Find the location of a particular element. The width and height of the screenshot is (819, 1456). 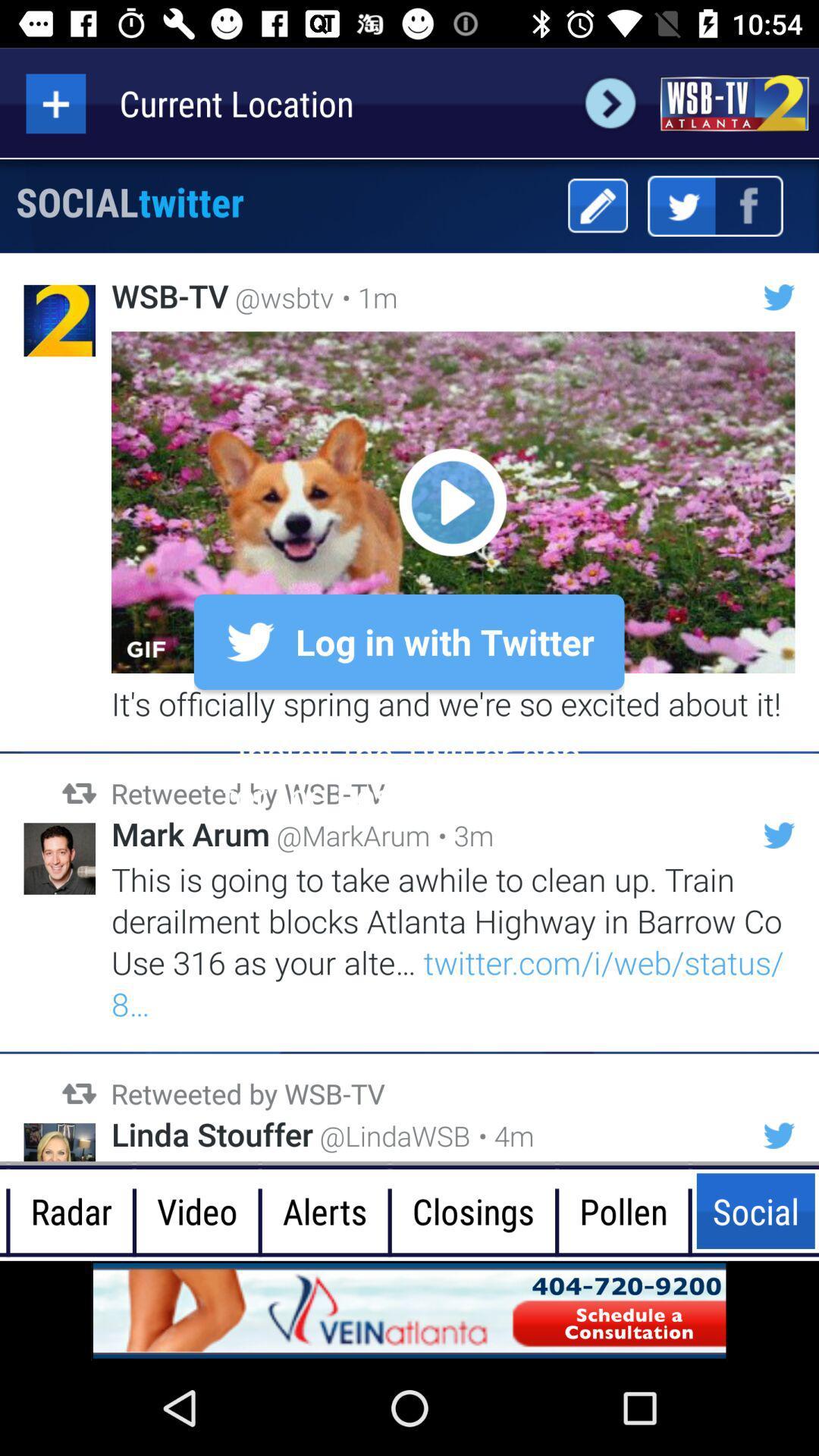

move to icon which is left to 3m is located at coordinates (780, 835).